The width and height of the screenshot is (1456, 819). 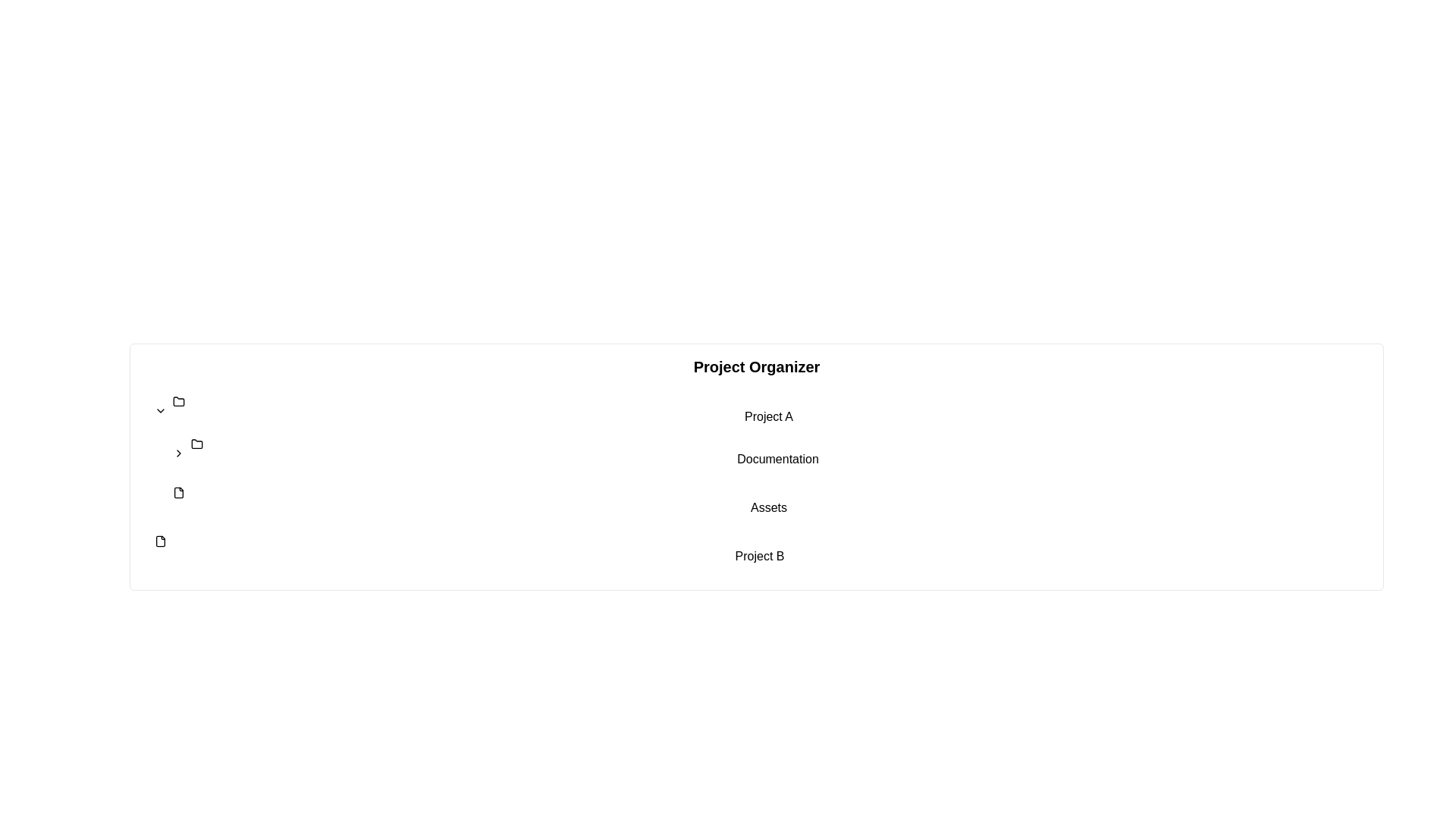 What do you see at coordinates (160, 540) in the screenshot?
I see `the file icon for 'Project B' located at the leftmost side of the row in the project organizer` at bounding box center [160, 540].